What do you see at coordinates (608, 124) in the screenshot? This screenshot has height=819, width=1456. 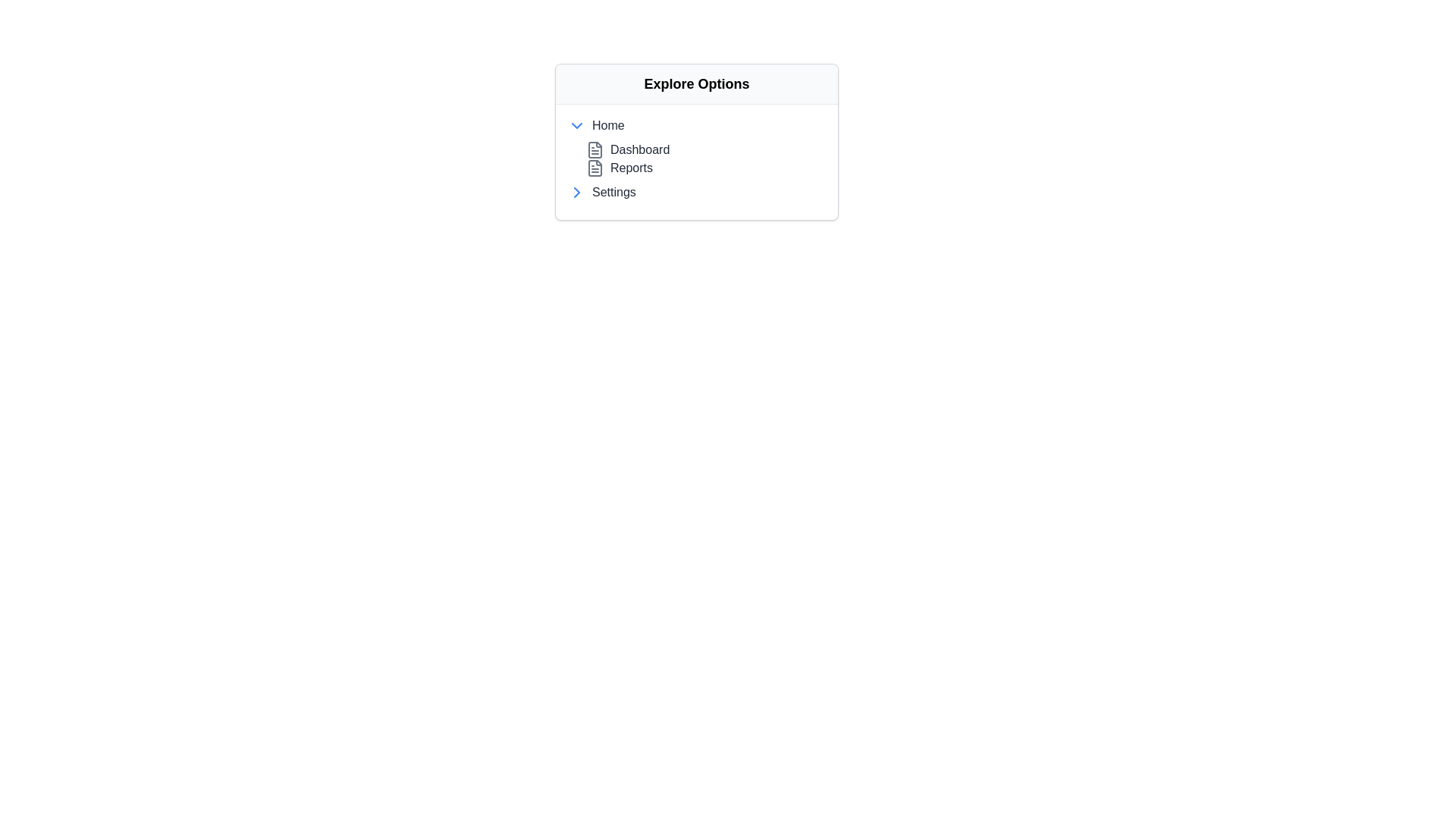 I see `the 'Home' label, which is a navigational label indicating the home page, located to the right of a downward-pointing arrow icon in the 'Explore Options' panel` at bounding box center [608, 124].